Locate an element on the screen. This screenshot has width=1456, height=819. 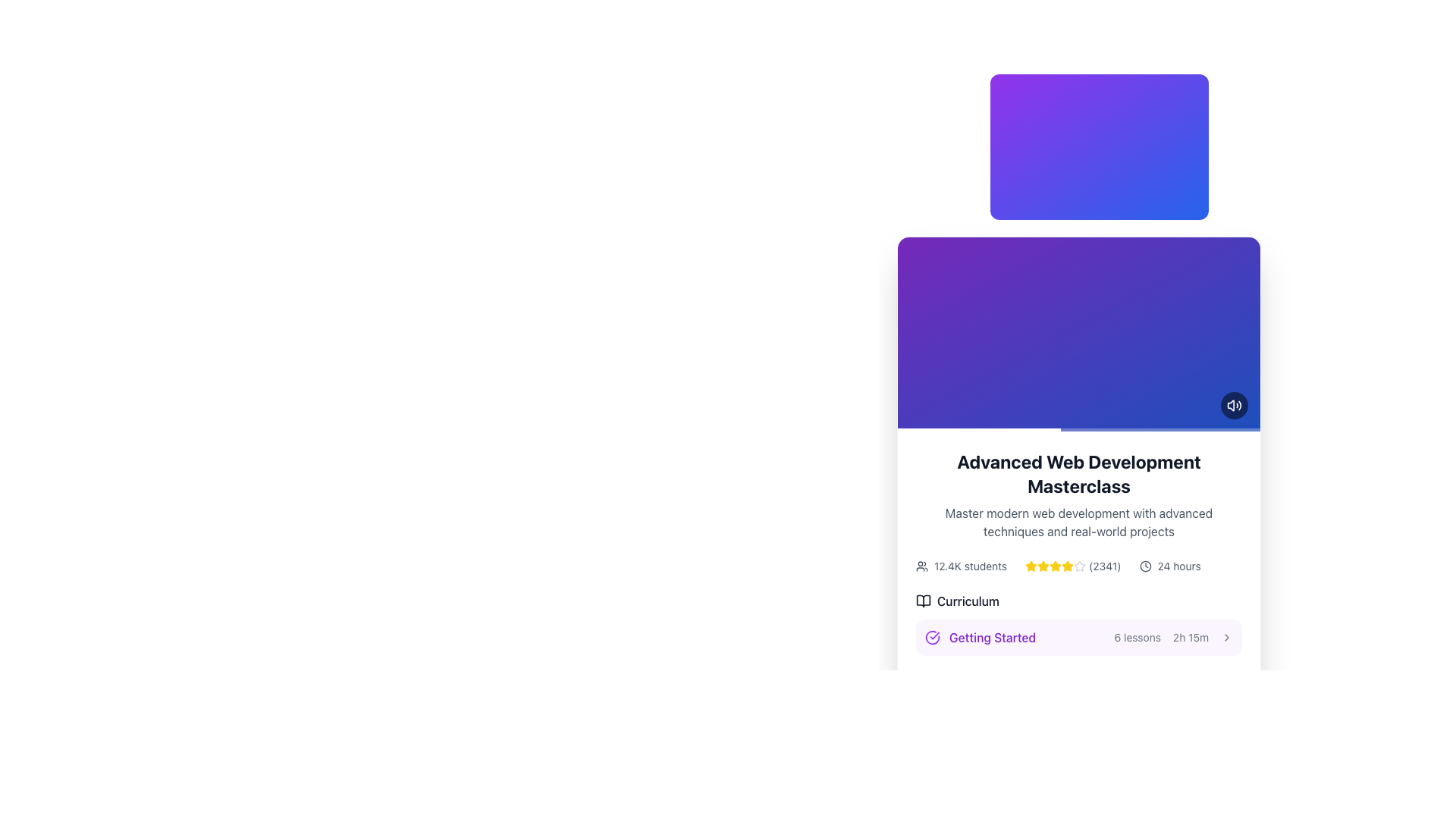
the fourth yellow star icon is located at coordinates (1055, 565).